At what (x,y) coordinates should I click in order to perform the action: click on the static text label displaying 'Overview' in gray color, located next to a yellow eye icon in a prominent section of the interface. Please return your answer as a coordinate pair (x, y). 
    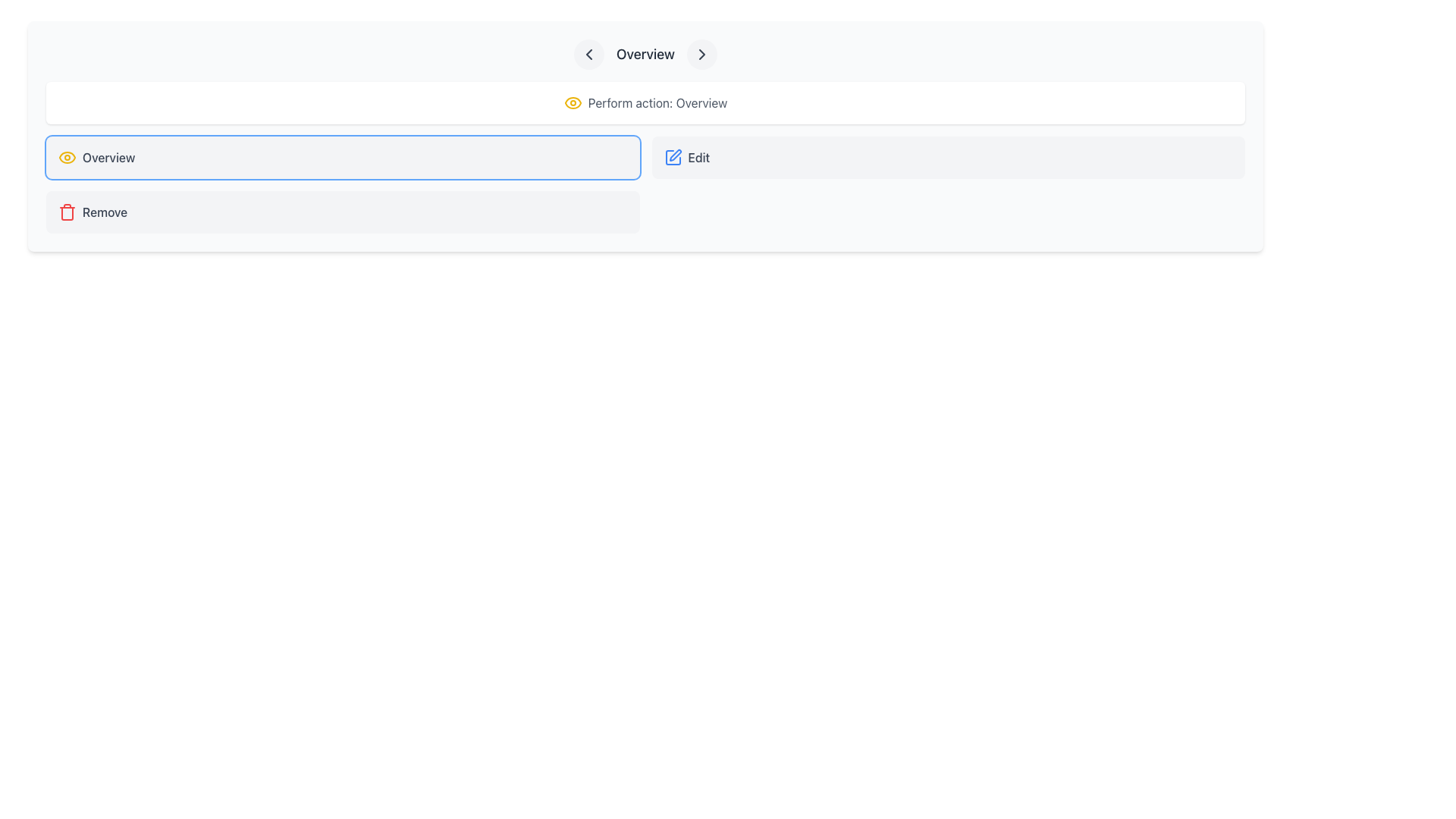
    Looking at the image, I should click on (108, 158).